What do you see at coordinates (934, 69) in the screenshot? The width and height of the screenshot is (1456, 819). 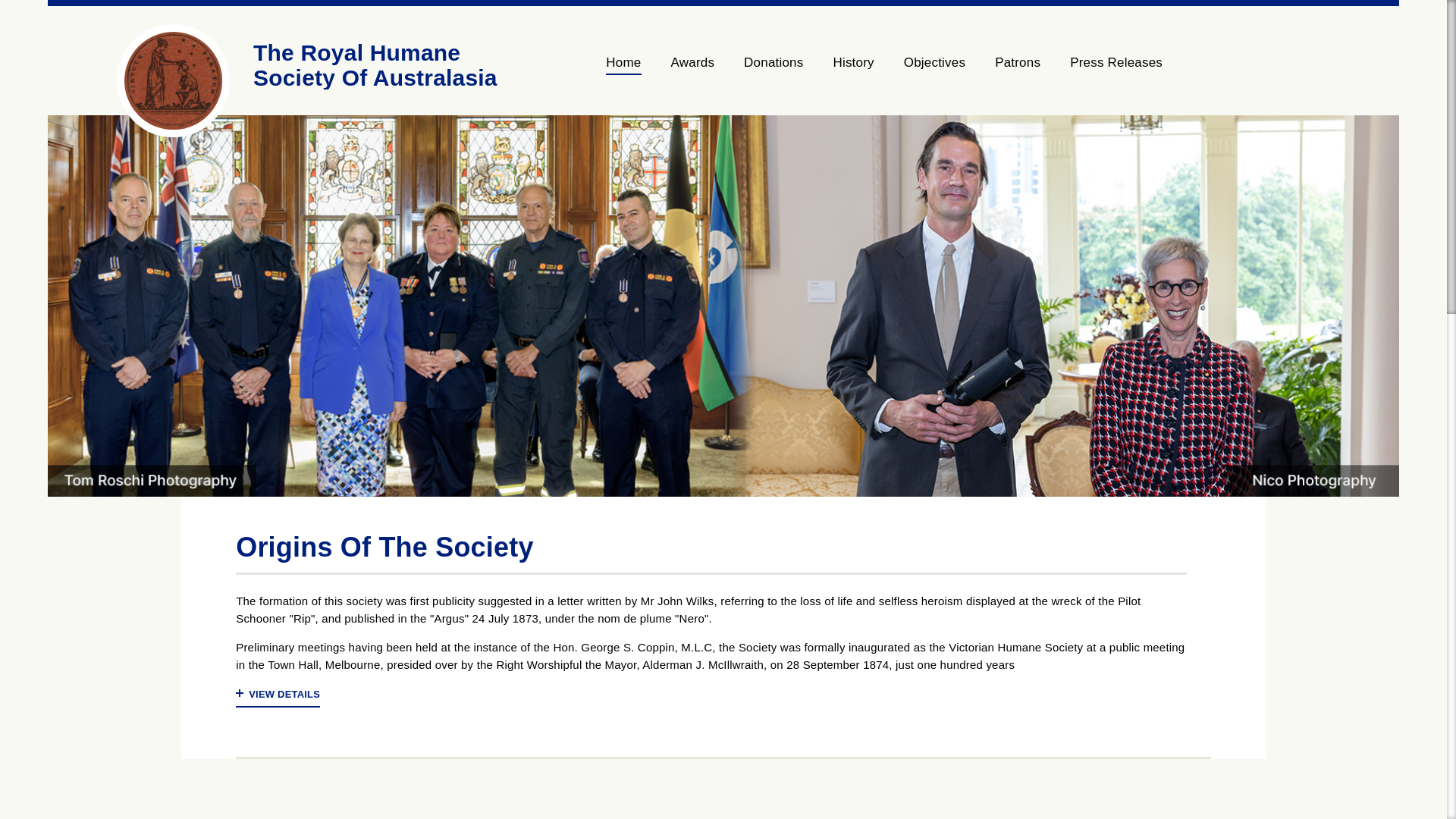 I see `'Objectives'` at bounding box center [934, 69].